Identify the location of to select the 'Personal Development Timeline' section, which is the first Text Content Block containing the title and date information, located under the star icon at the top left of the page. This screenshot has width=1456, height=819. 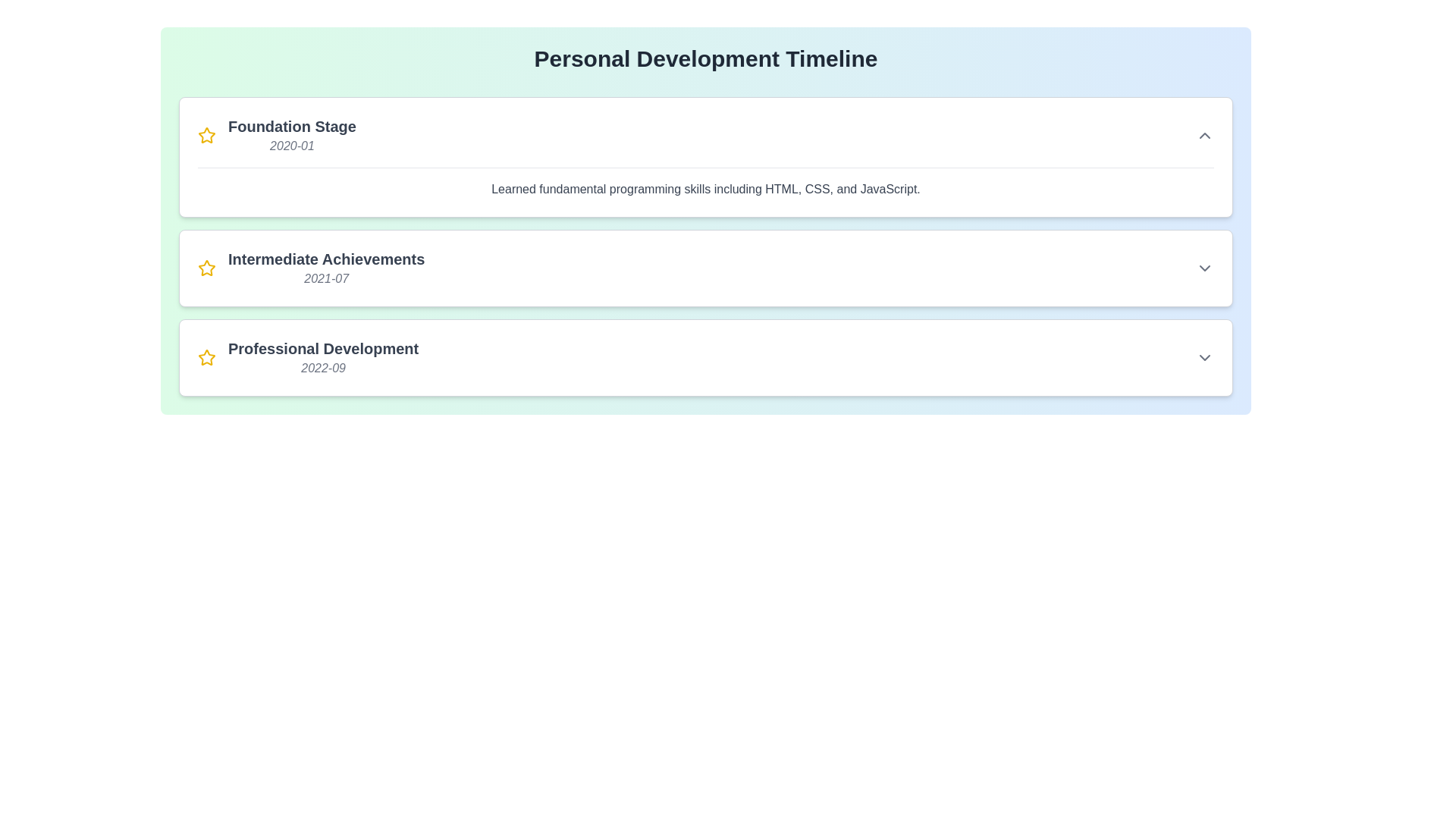
(292, 134).